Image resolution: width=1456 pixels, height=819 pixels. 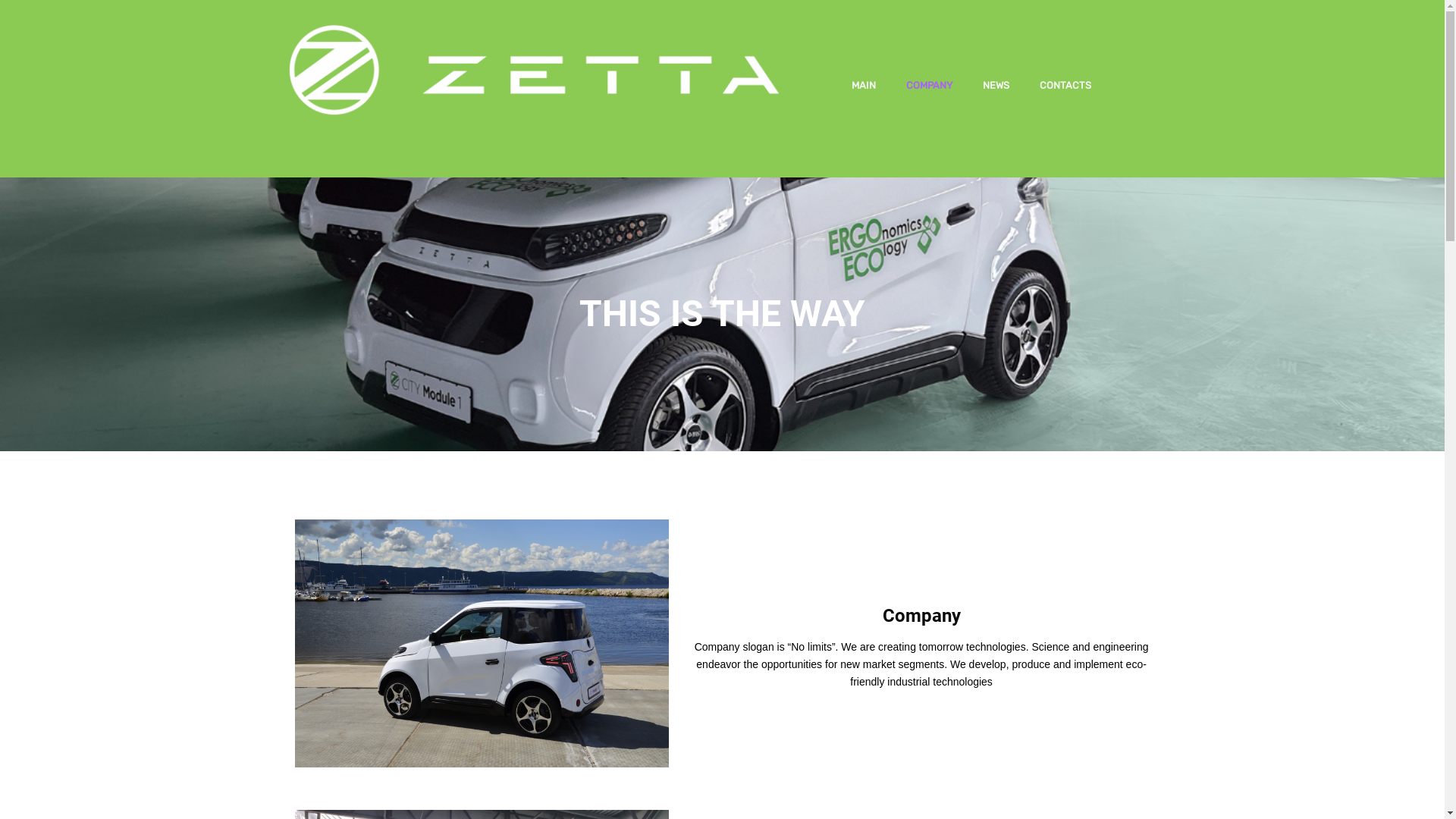 What do you see at coordinates (1031, 85) in the screenshot?
I see `'CONTACTS'` at bounding box center [1031, 85].